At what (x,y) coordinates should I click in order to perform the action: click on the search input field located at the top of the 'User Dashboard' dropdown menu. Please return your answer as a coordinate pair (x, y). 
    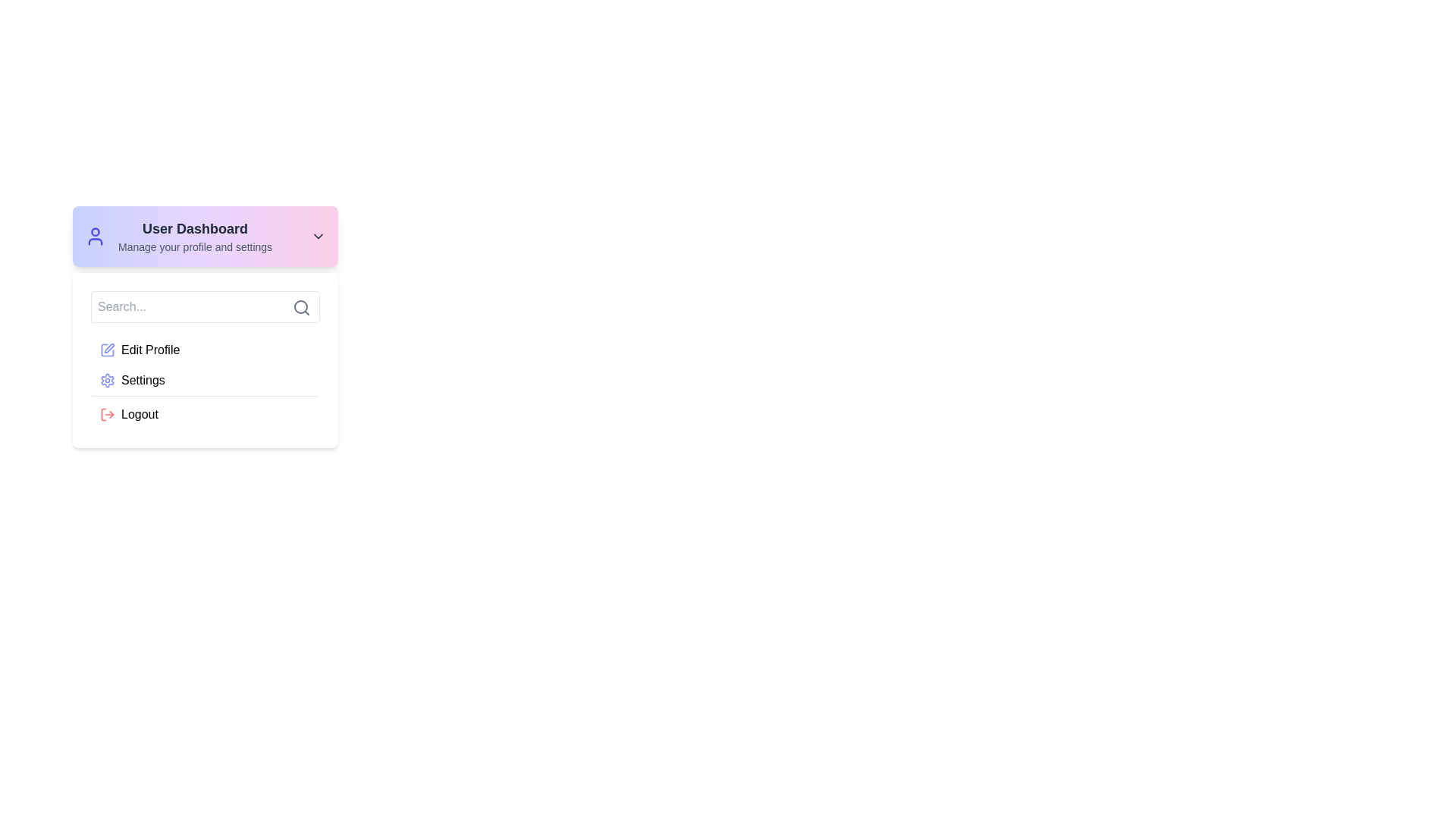
    Looking at the image, I should click on (204, 307).